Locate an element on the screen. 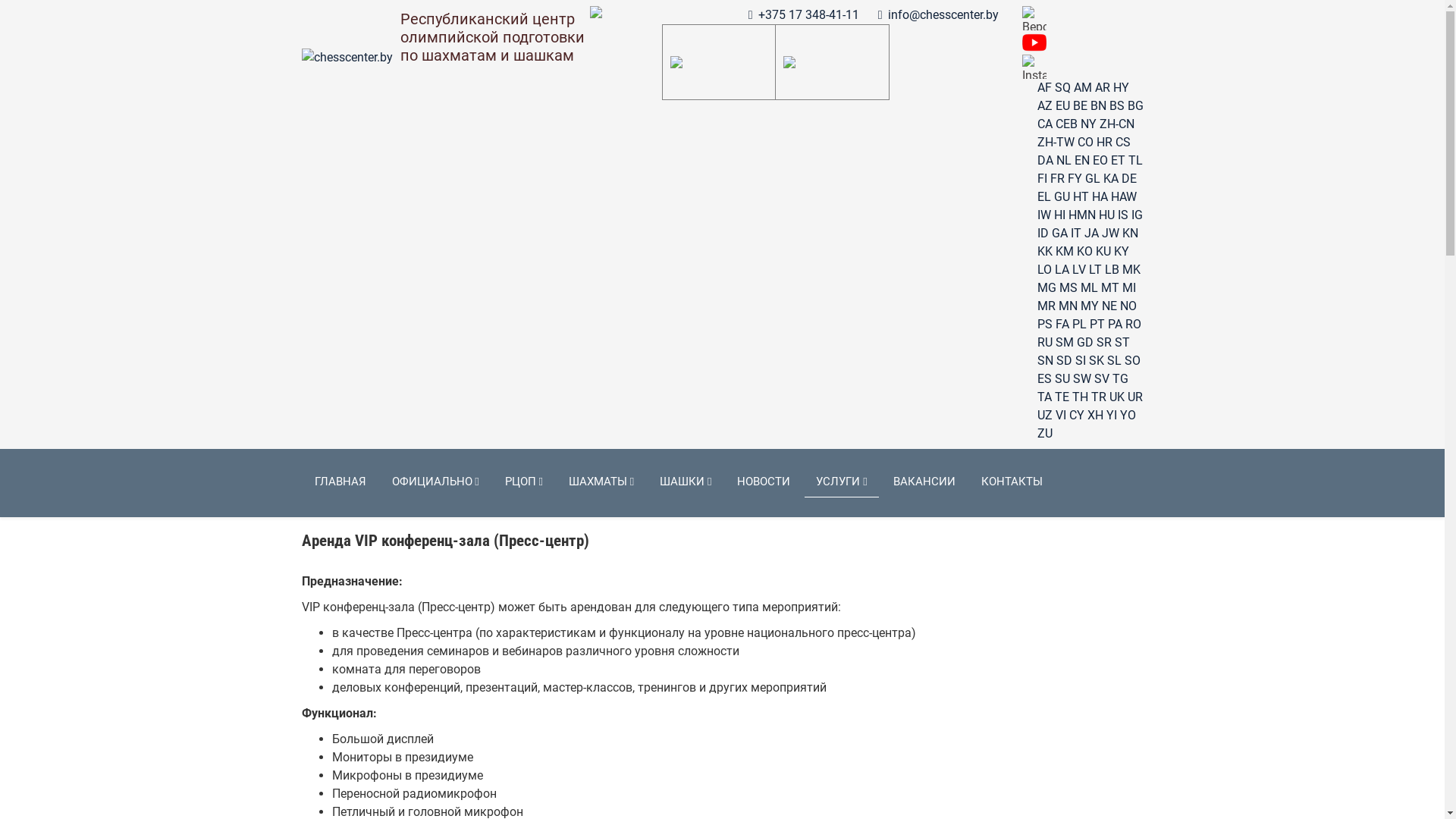 This screenshot has height=819, width=1456. 'MT' is located at coordinates (1110, 287).